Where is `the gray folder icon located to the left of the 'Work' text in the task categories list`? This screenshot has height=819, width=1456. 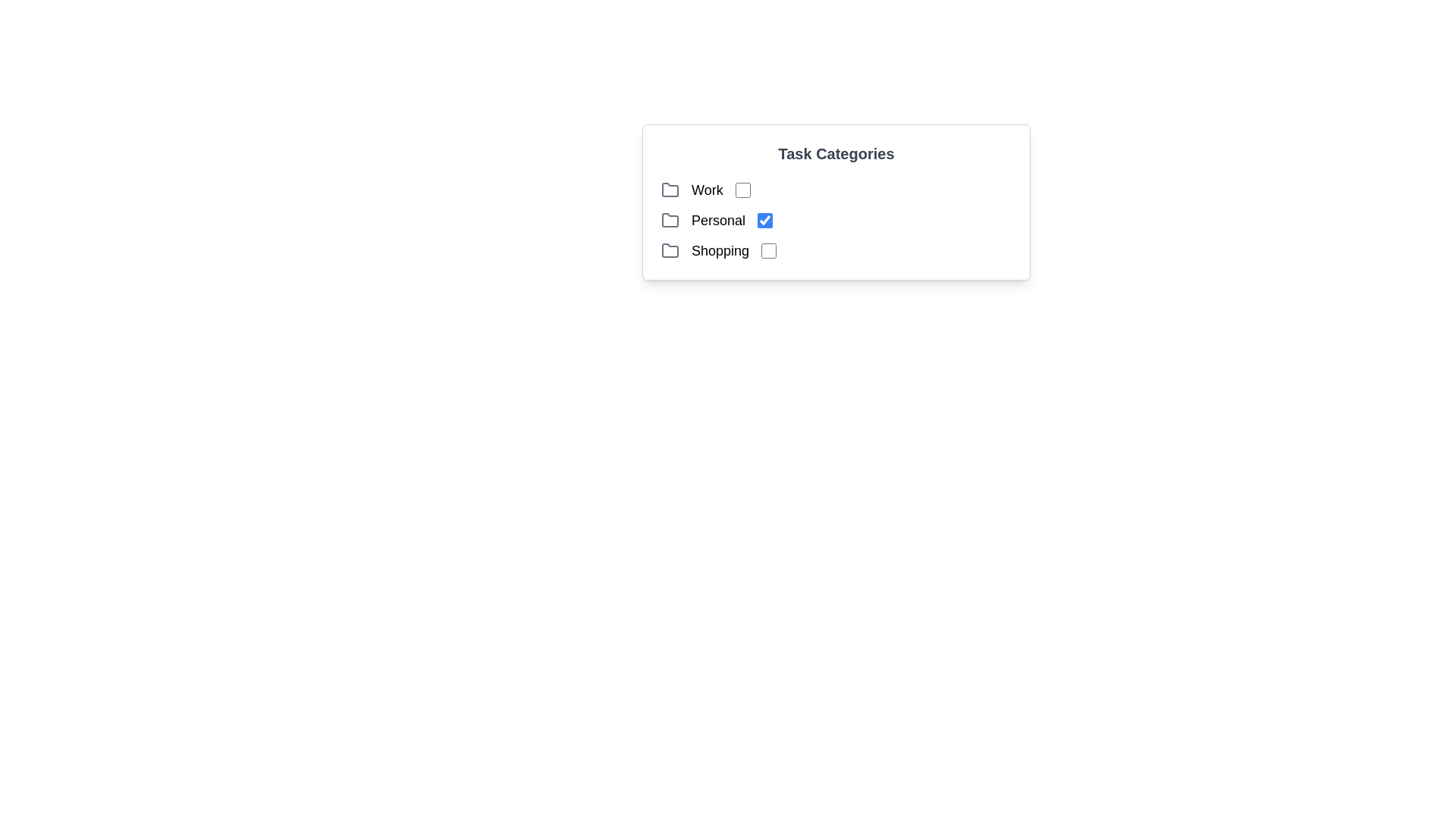
the gray folder icon located to the left of the 'Work' text in the task categories list is located at coordinates (669, 189).